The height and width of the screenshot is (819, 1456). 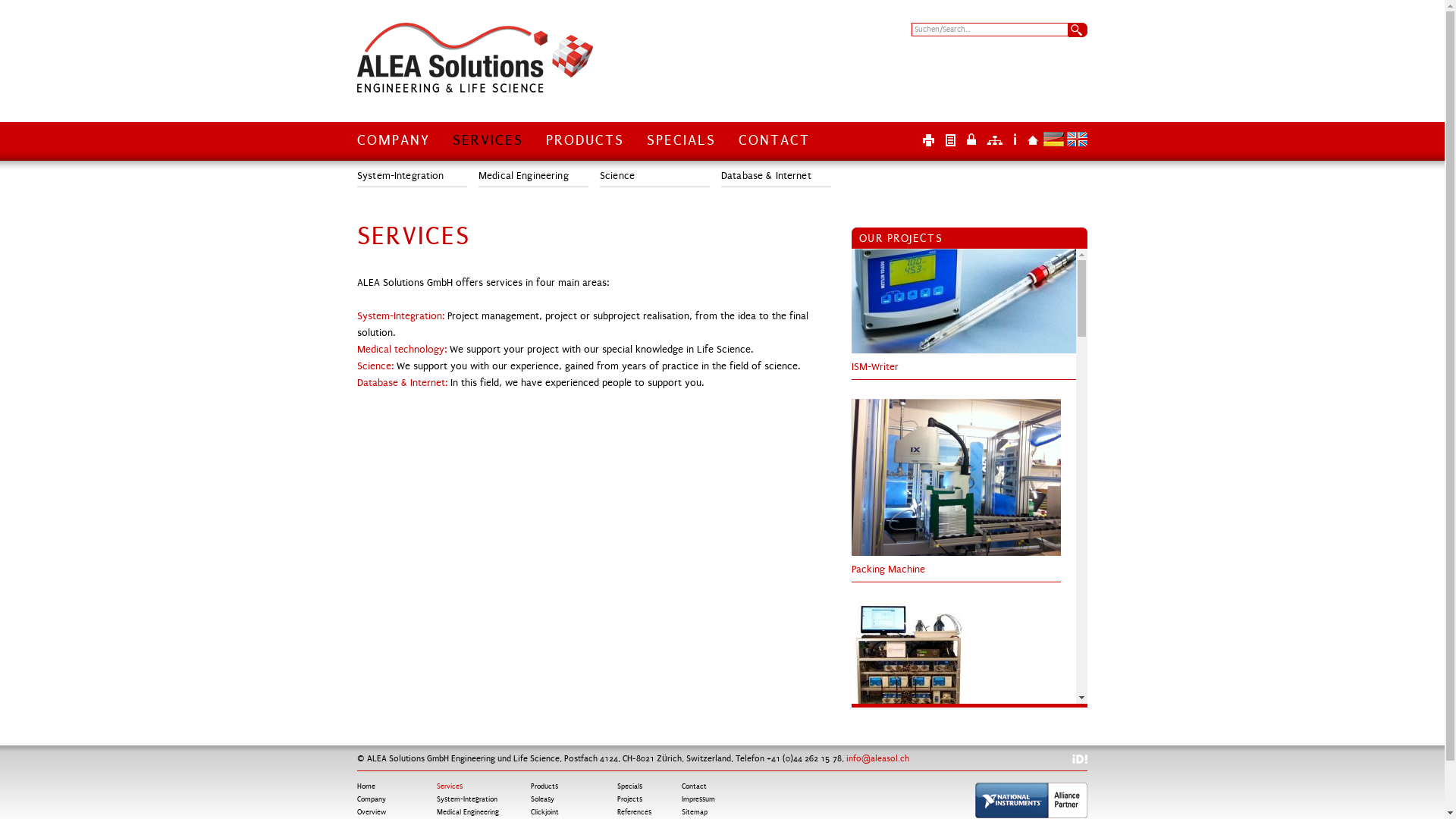 What do you see at coordinates (1065, 139) in the screenshot?
I see `'English'` at bounding box center [1065, 139].